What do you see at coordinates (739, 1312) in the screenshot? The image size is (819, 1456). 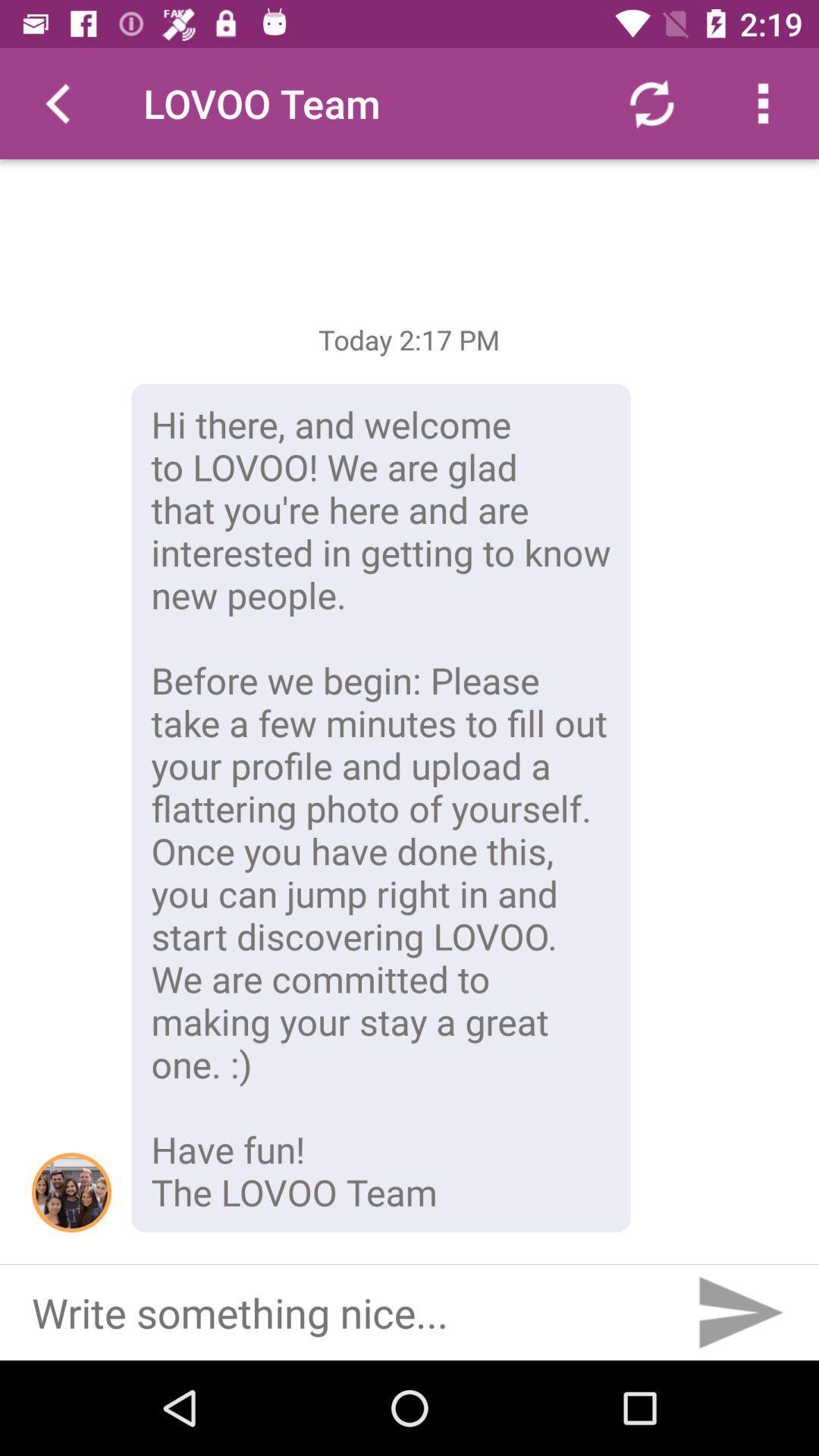 I see `to send` at bounding box center [739, 1312].